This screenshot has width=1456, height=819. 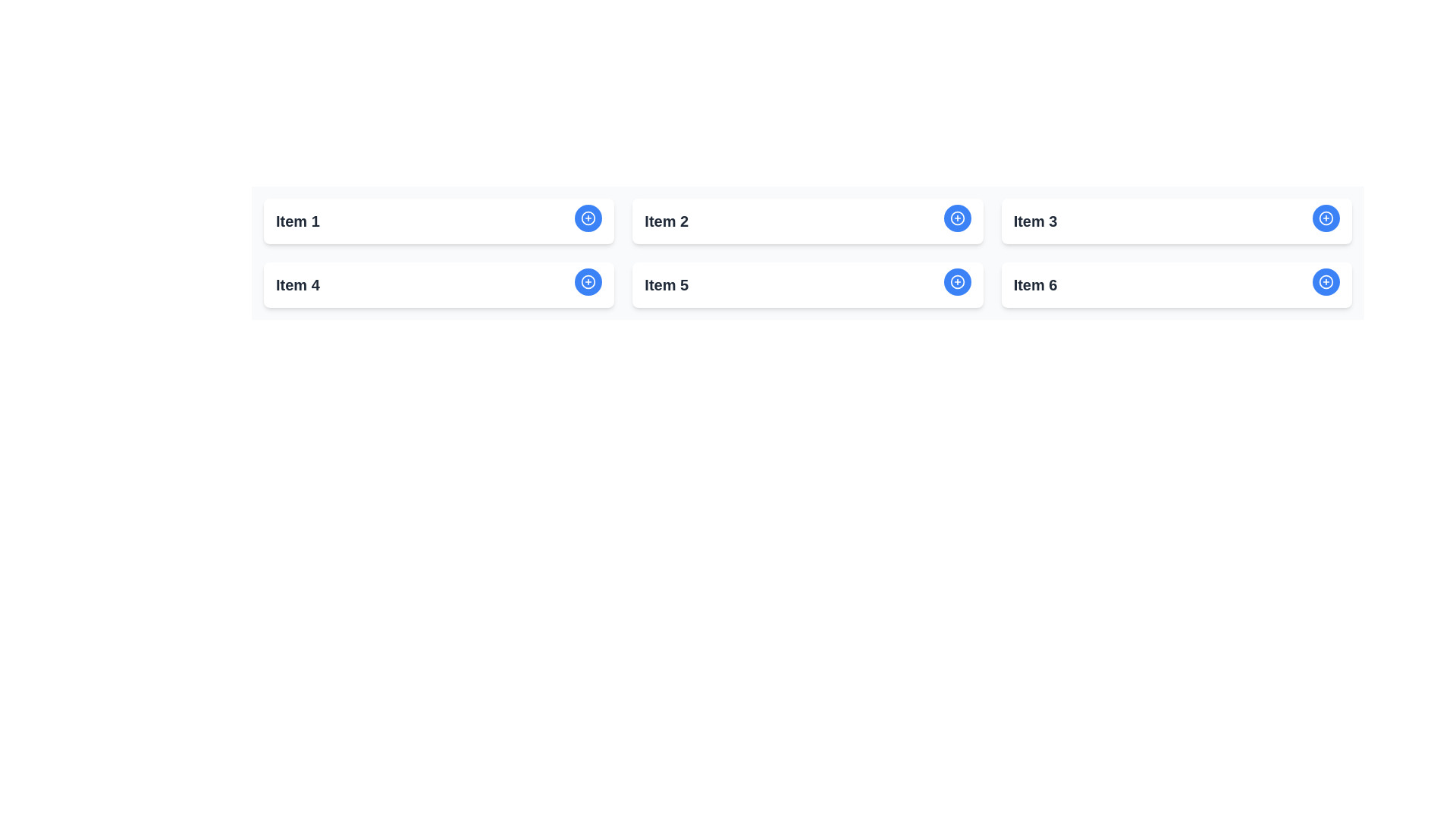 What do you see at coordinates (1034, 284) in the screenshot?
I see `the Text Label that displays 'Item 6', which is styled in bold dark gray font and prominently positioned in the bottom-right corner of a grid layout` at bounding box center [1034, 284].